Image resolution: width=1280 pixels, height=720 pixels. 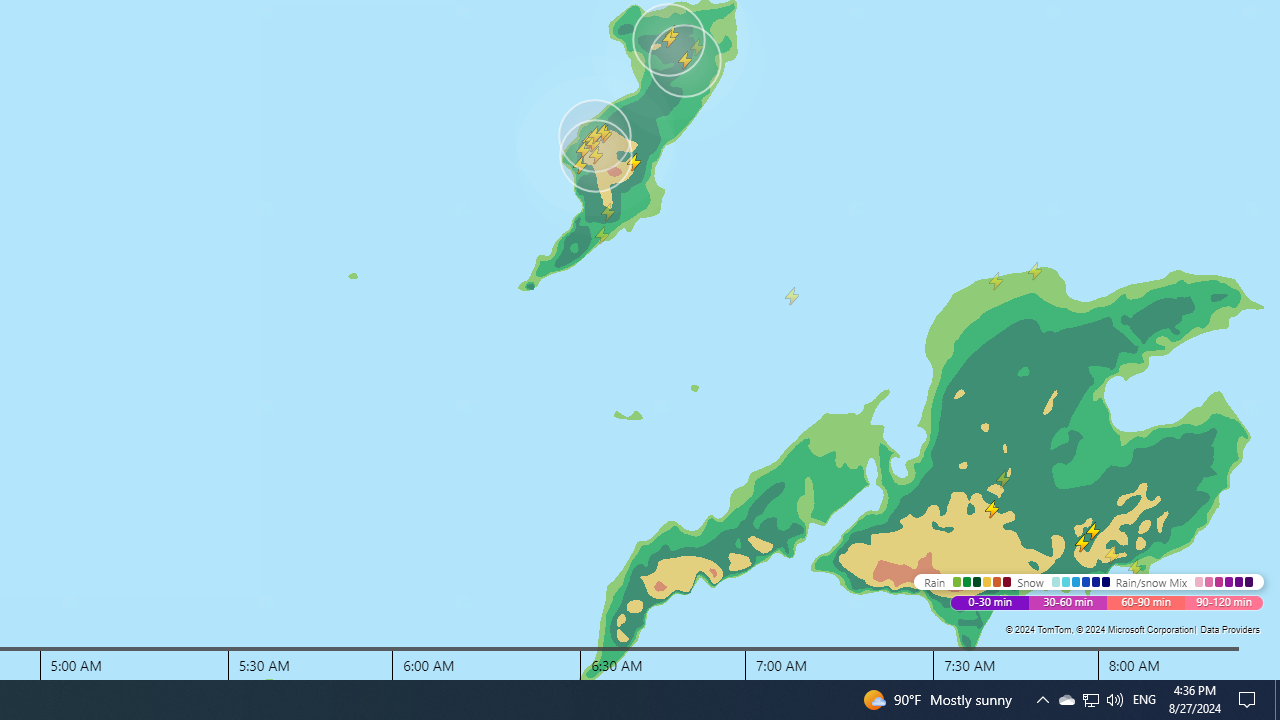 I want to click on 'User Promoted Notification Area', so click(x=1089, y=698).